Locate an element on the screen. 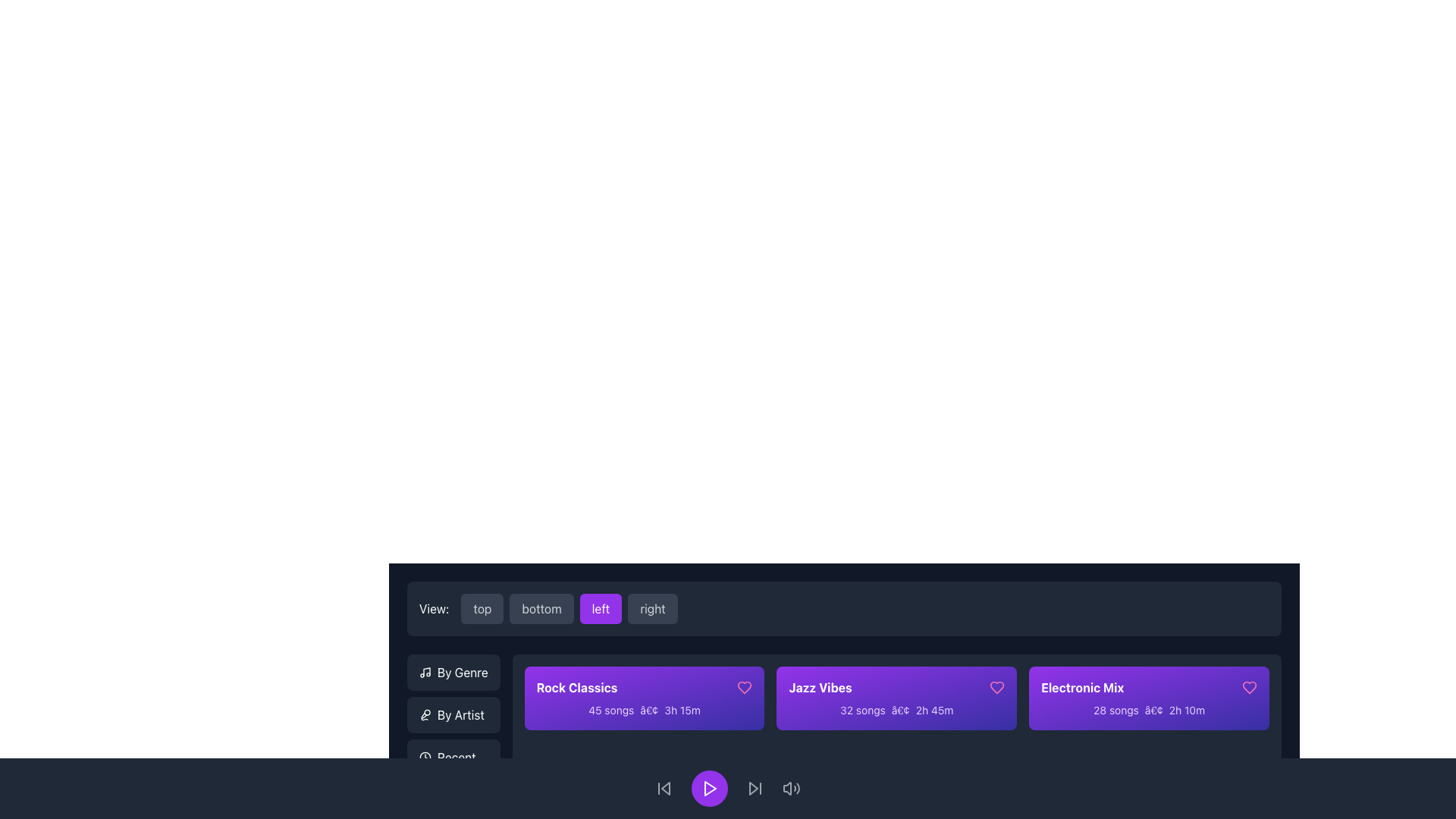 This screenshot has width=1456, height=819. on the heart-shaped icon button in pink color, indicating a favorite or like function, located within the 'Rock Classics' card is located at coordinates (745, 687).